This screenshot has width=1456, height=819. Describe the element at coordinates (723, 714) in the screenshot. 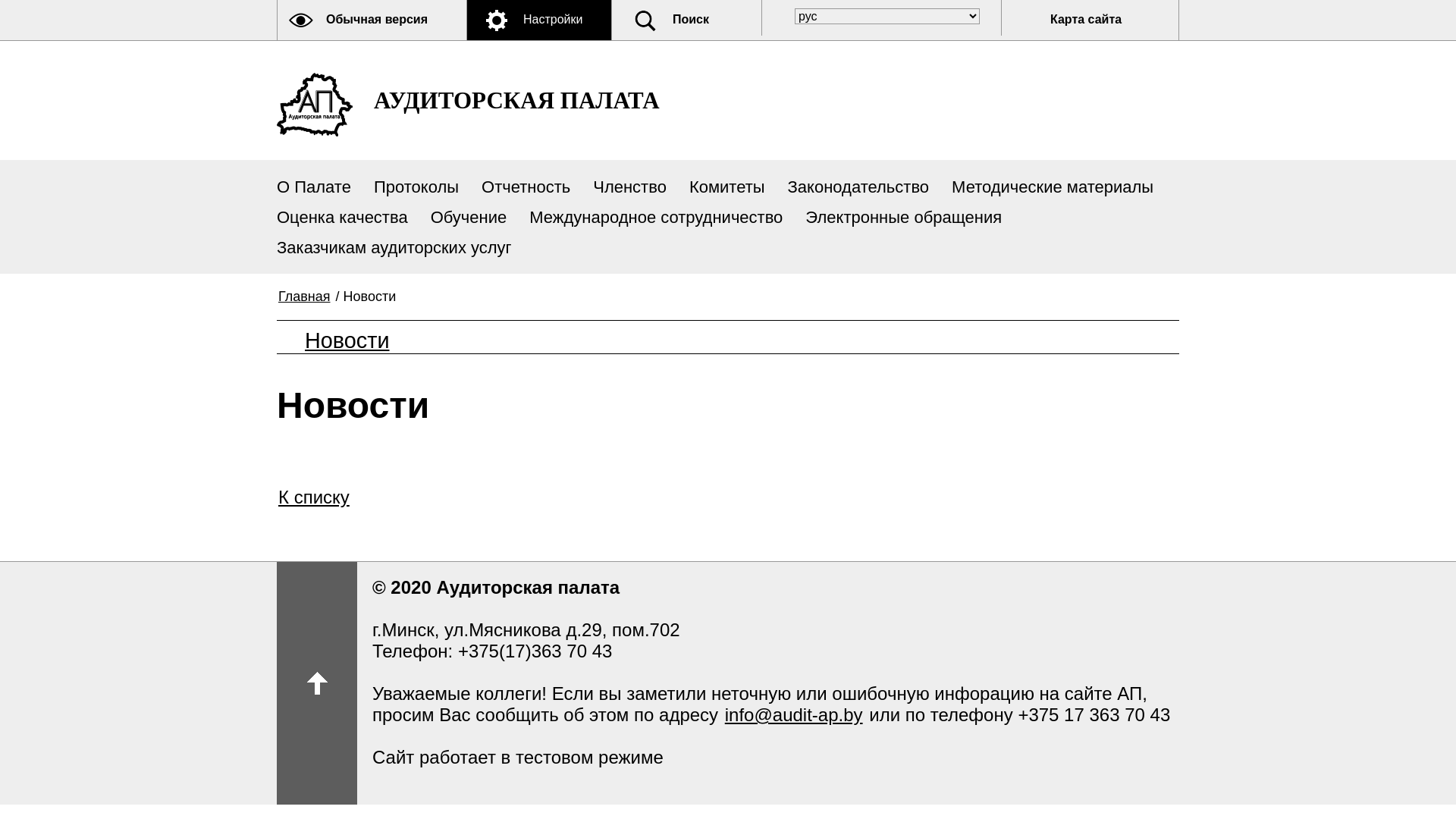

I see `'info@audit-ap.by'` at that location.